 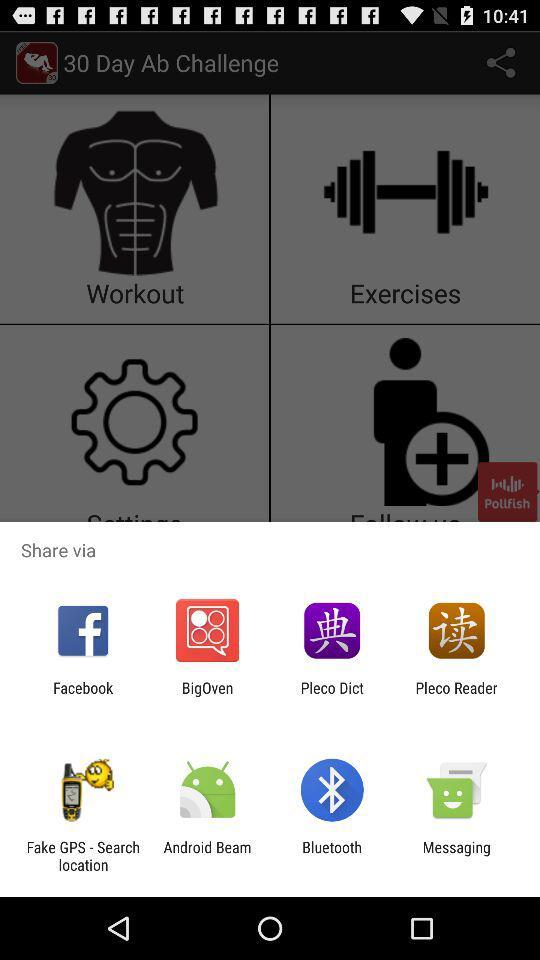 I want to click on the messaging app, so click(x=456, y=855).